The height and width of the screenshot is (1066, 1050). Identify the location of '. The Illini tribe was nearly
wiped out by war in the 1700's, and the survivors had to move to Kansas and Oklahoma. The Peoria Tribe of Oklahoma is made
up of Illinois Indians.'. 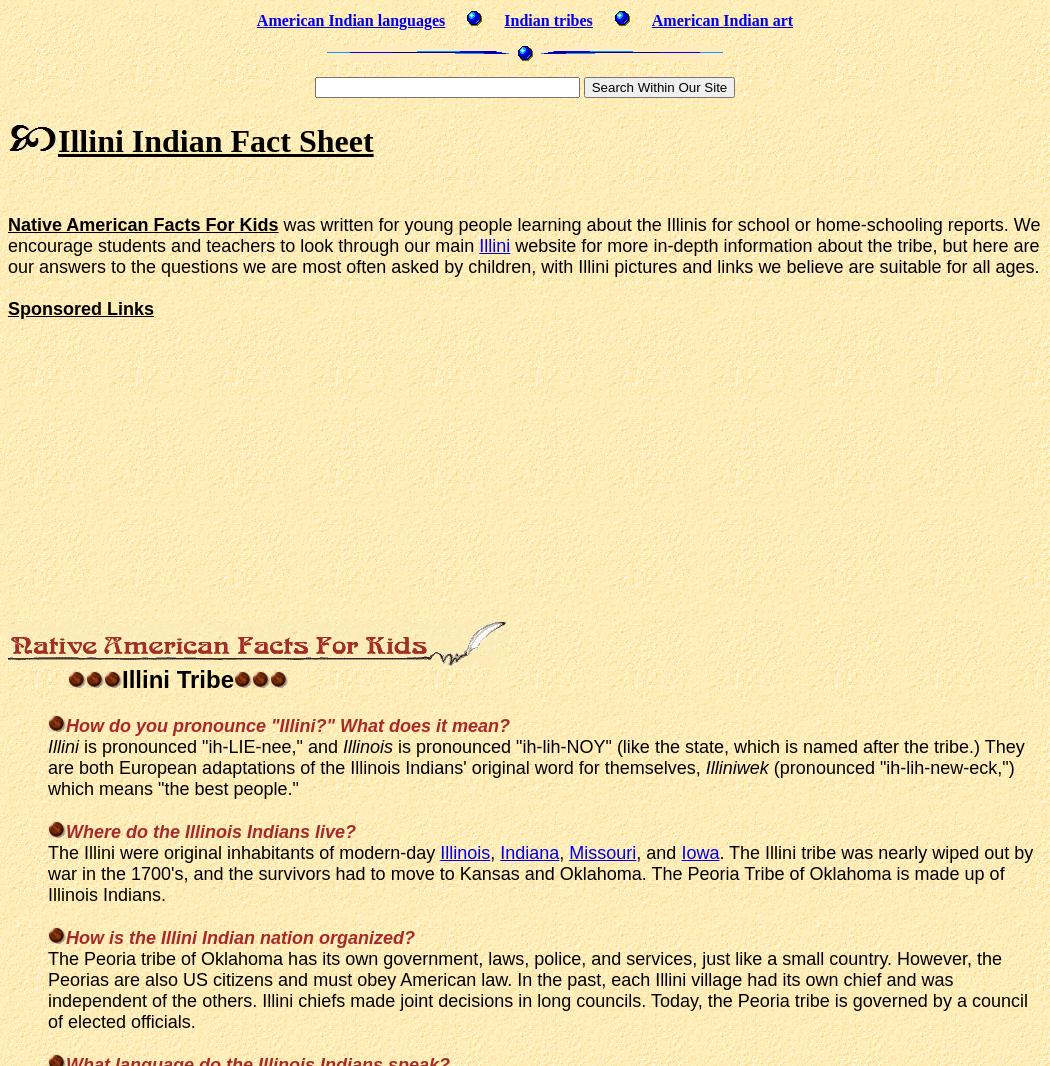
(540, 872).